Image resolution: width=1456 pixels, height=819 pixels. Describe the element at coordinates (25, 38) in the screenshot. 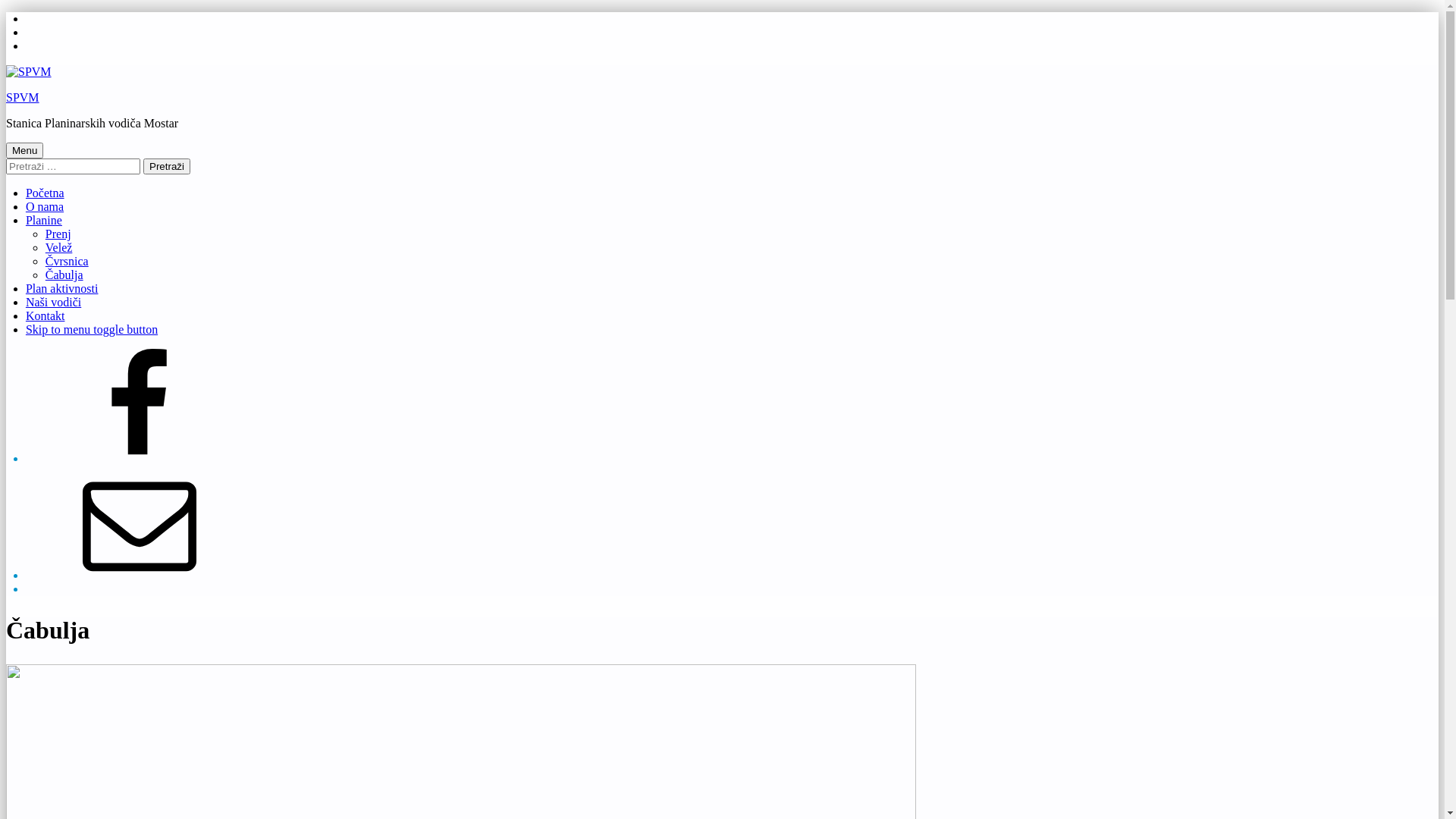

I see `'Skip to footer'` at that location.